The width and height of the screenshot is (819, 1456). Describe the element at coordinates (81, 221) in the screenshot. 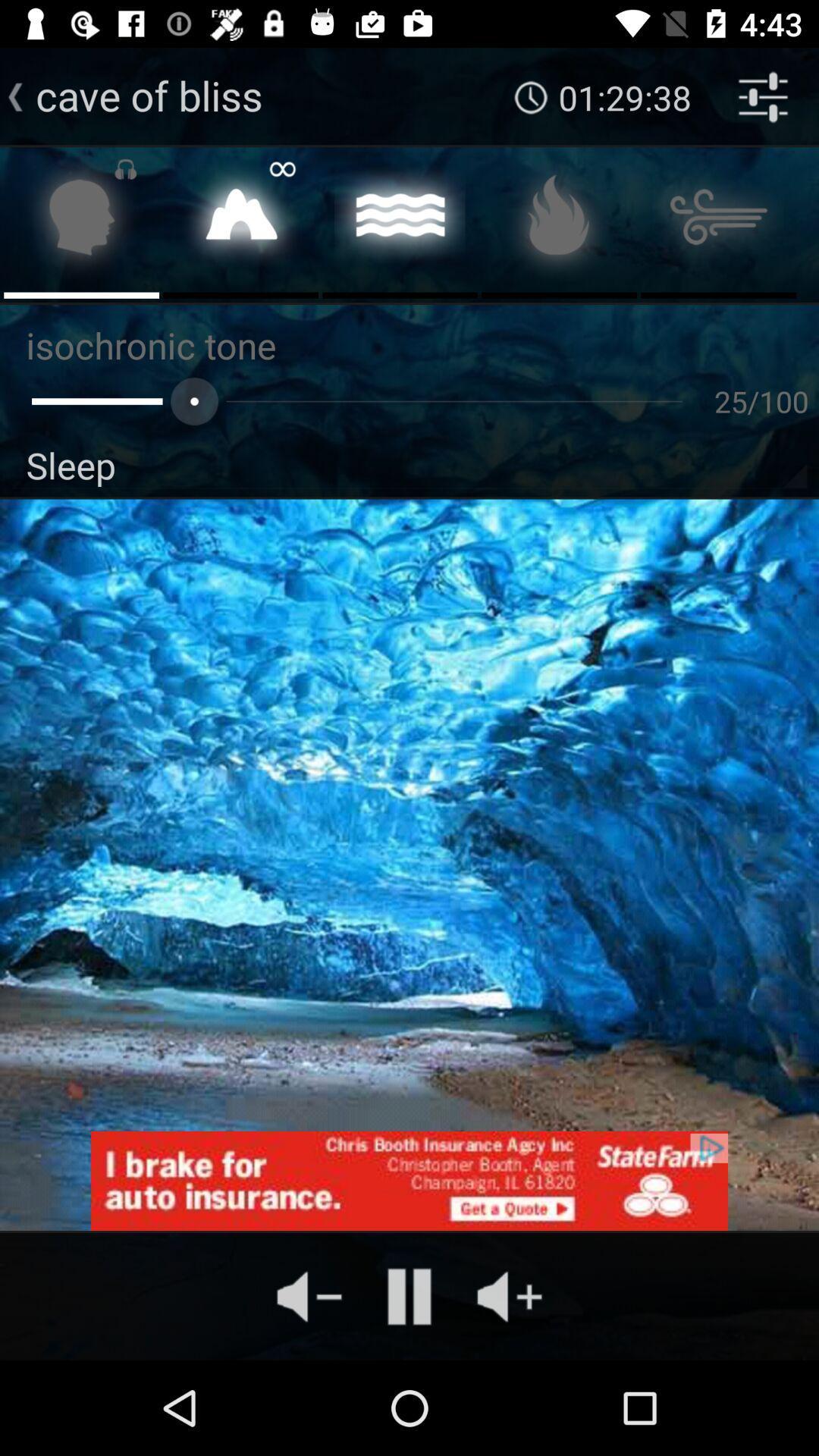

I see `the notifications icon` at that location.